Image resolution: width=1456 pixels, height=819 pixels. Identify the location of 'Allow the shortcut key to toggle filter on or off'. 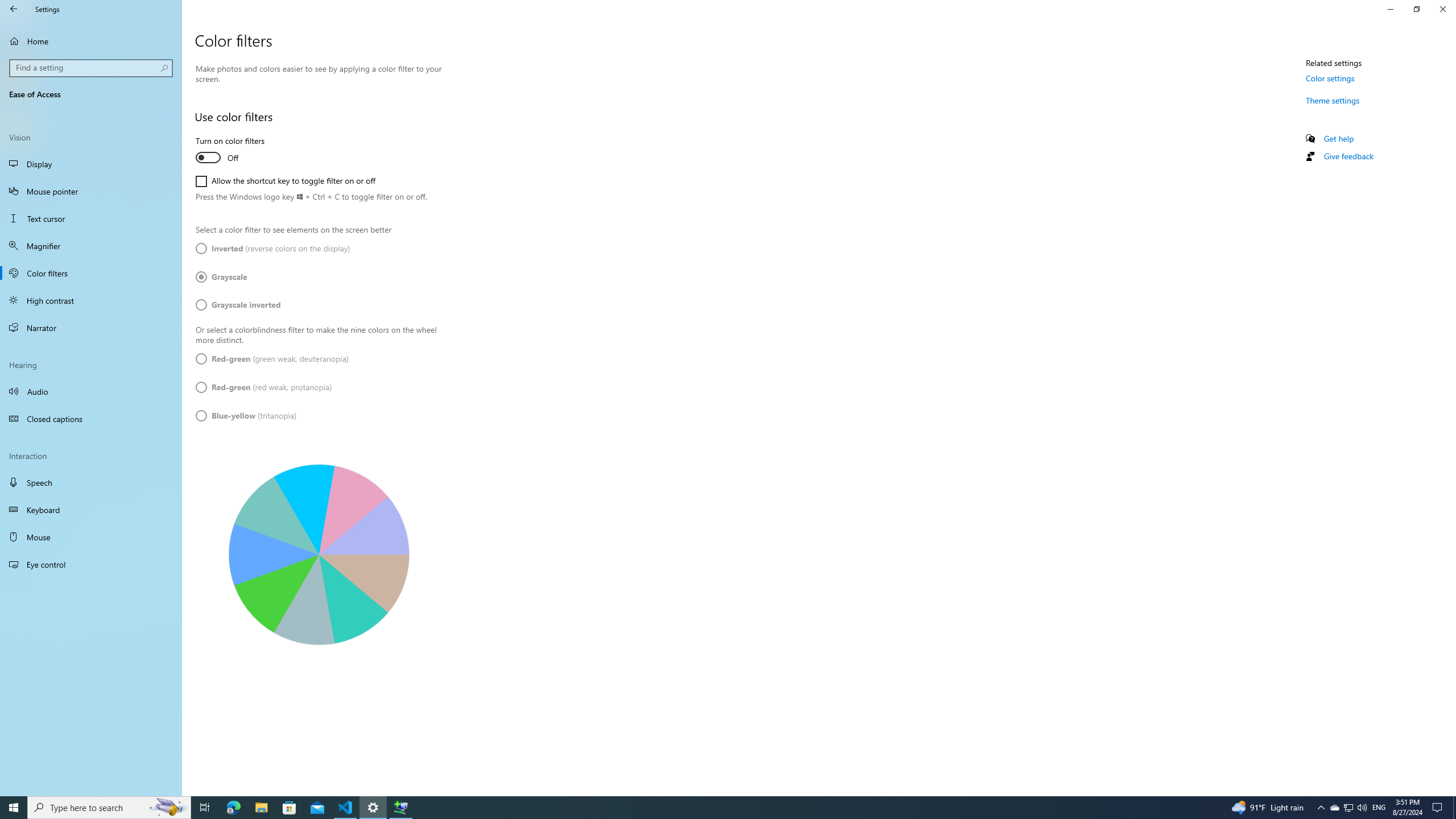
(285, 180).